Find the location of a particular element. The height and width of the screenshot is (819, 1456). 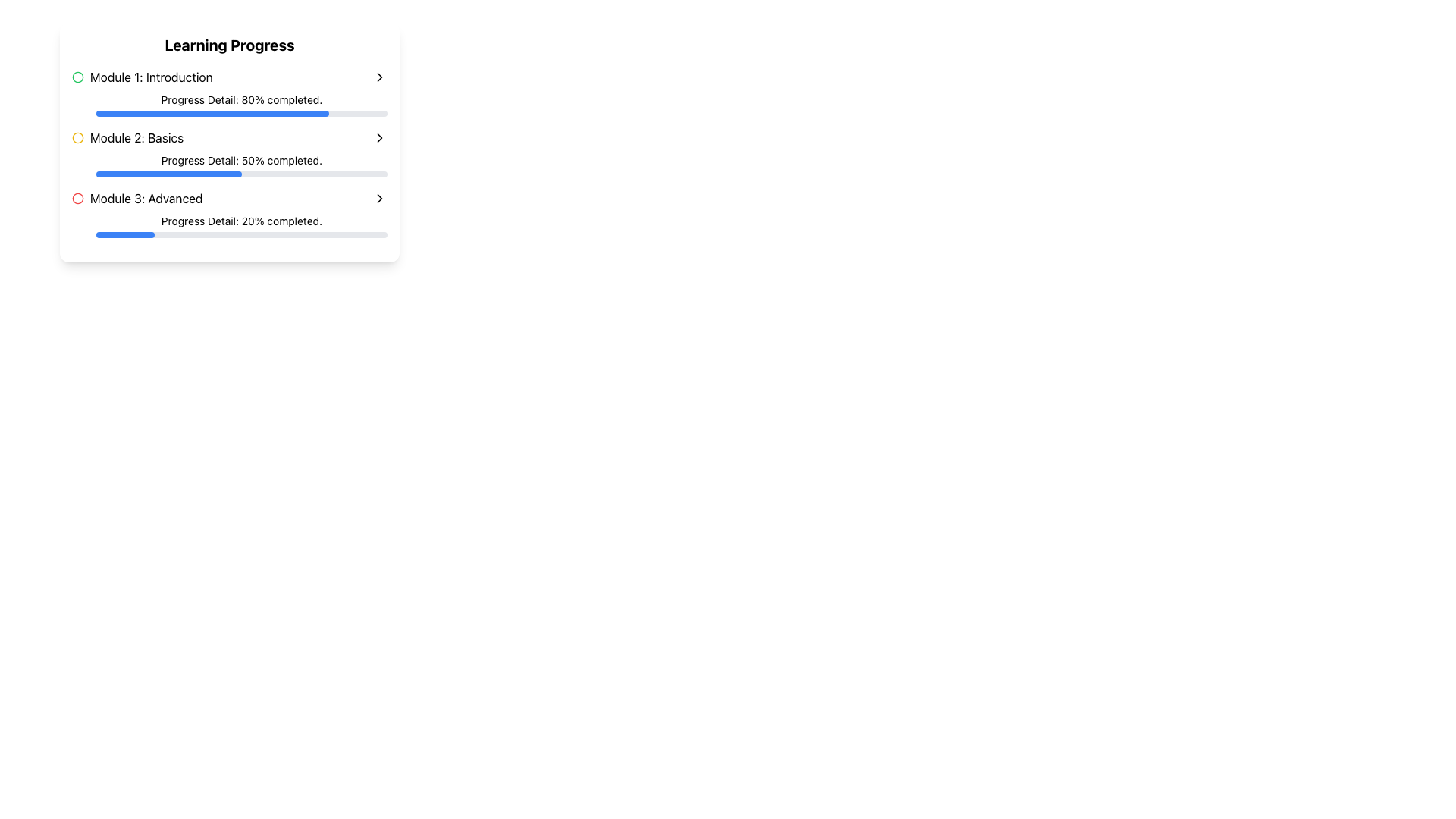

progress text from the progress detail element labeled 'Progress Detail: 50% completed.' located under the heading 'Module 2: Basics' is located at coordinates (228, 165).